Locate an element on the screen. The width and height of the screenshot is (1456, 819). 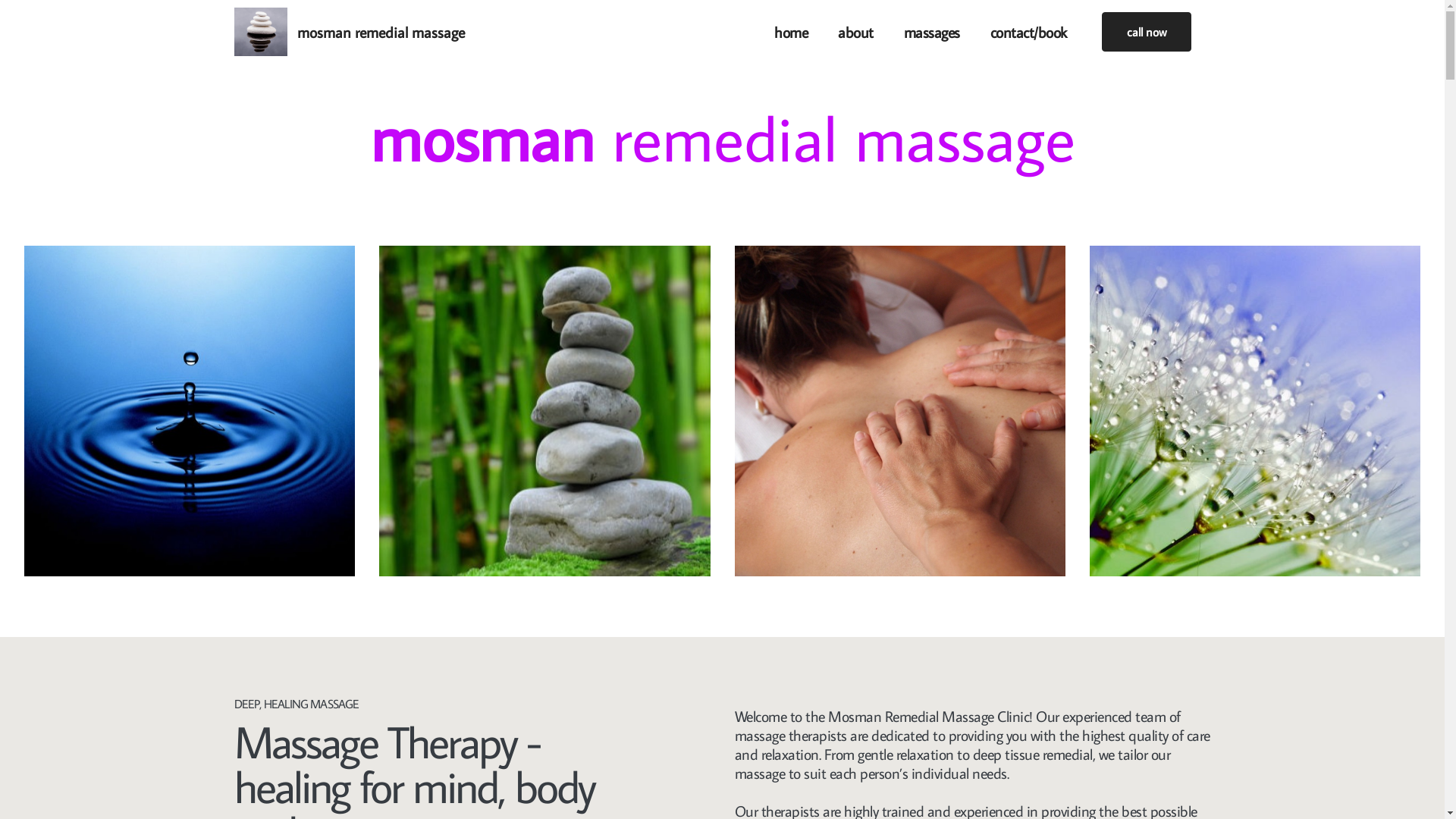
'call now' is located at coordinates (1146, 32).